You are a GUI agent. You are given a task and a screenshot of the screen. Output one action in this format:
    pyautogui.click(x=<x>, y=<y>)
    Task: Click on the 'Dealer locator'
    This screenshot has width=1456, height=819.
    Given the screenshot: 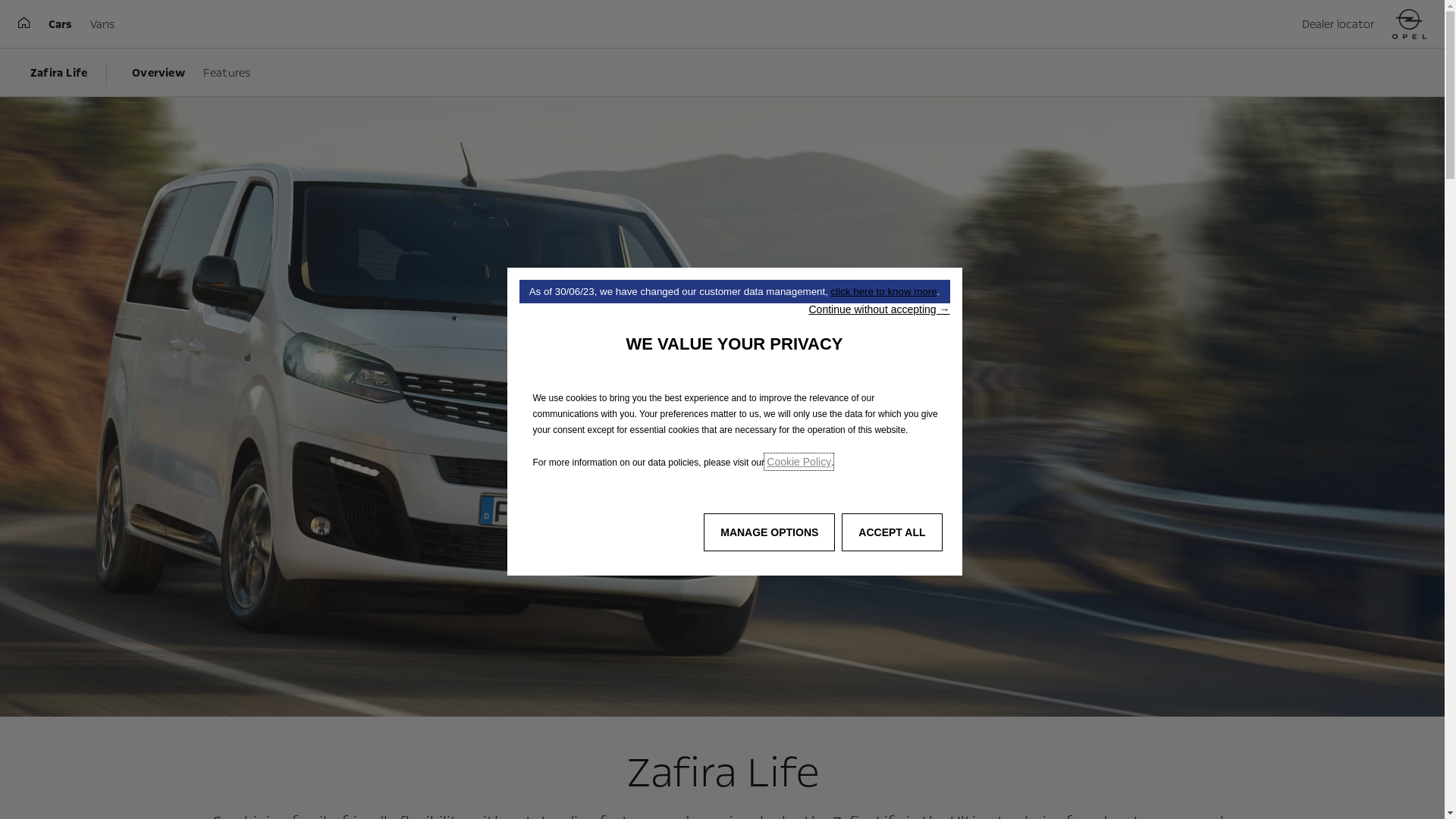 What is the action you would take?
    pyautogui.click(x=1338, y=24)
    